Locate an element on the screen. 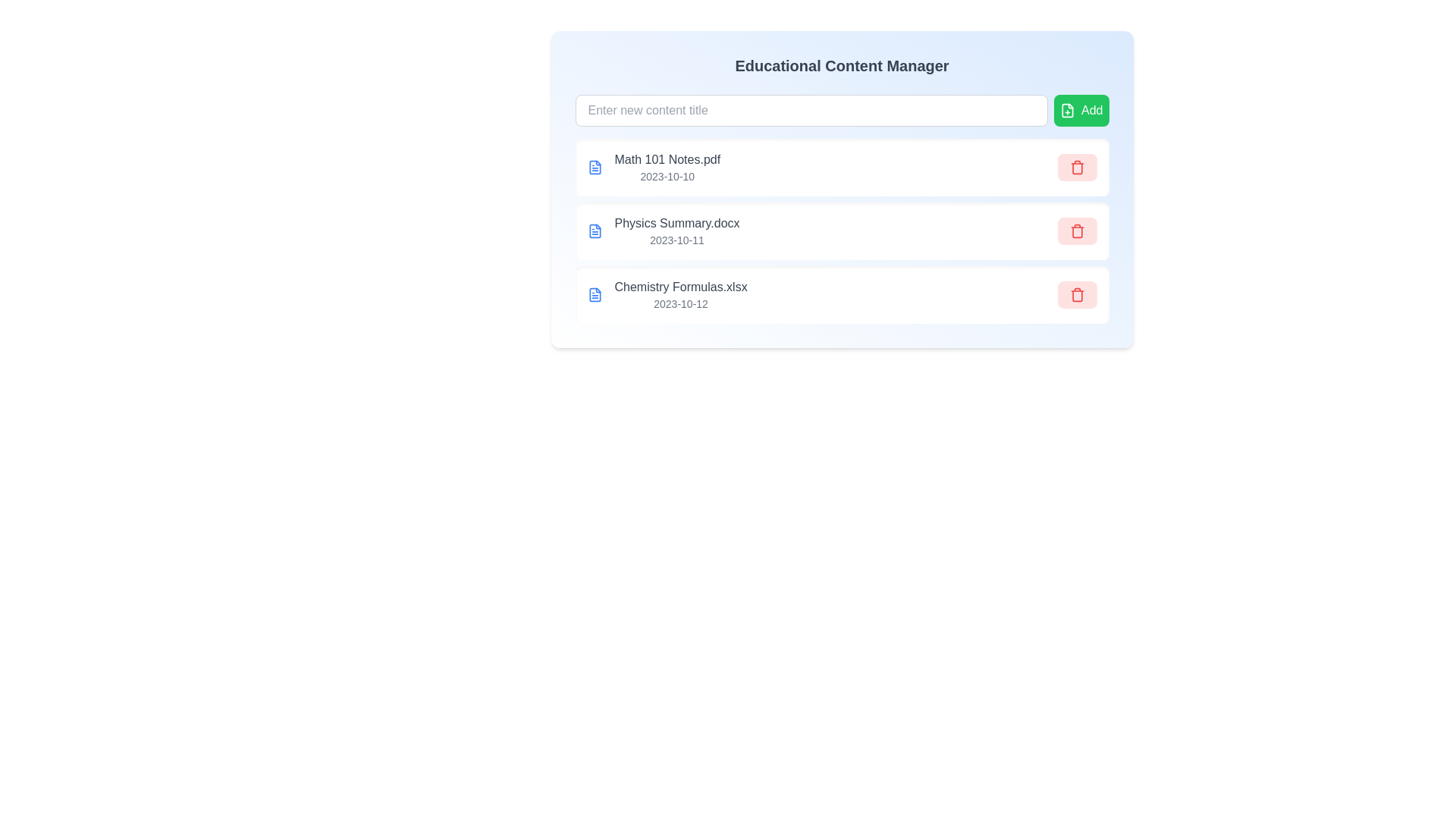  the static text label displaying the date '2023-10-11', which is positioned beneath the filename 'Physics Summary.docx' and aligned to the left margin of the filename is located at coordinates (676, 239).